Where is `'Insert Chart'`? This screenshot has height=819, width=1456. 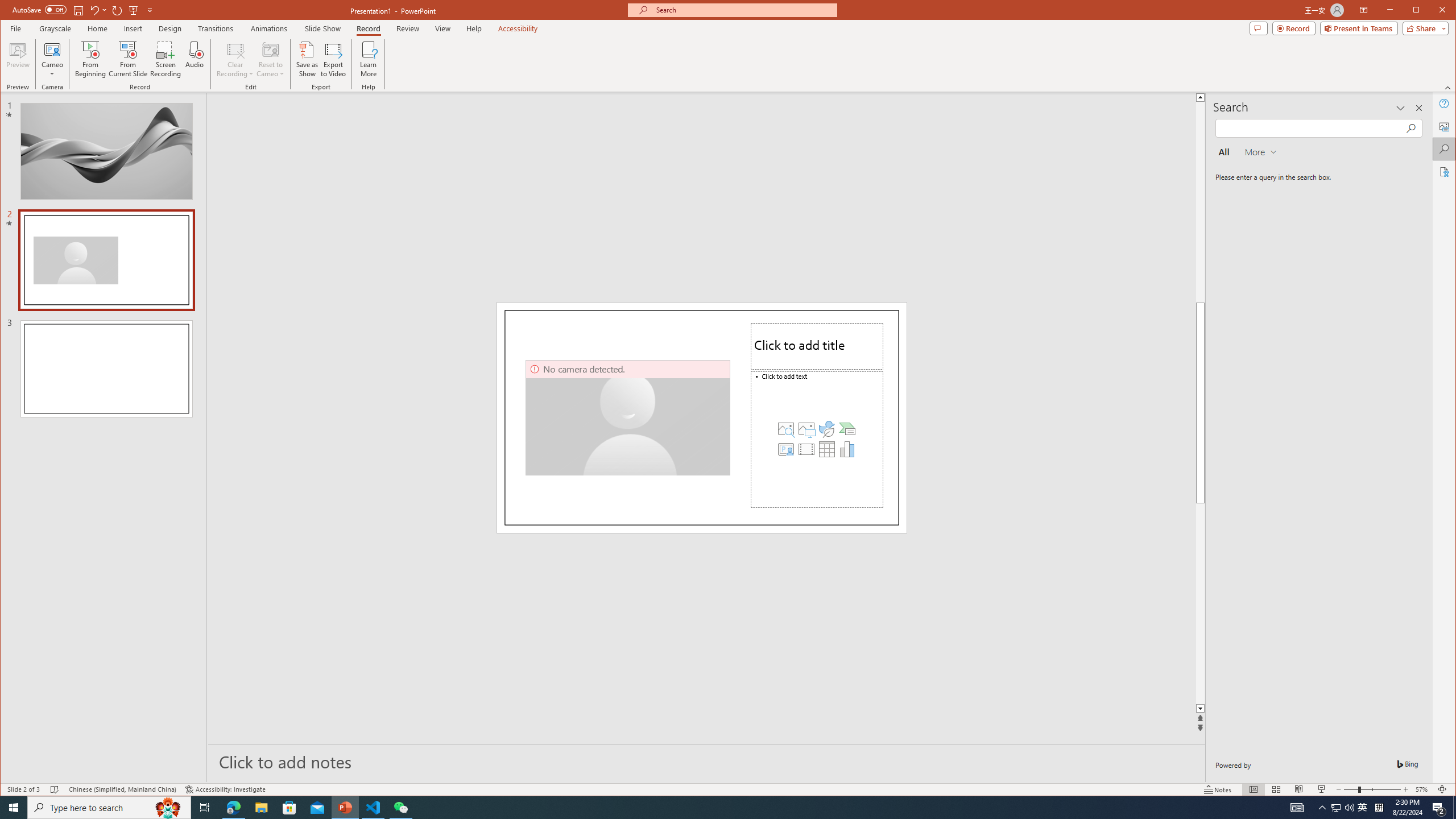
'Insert Chart' is located at coordinates (846, 449).